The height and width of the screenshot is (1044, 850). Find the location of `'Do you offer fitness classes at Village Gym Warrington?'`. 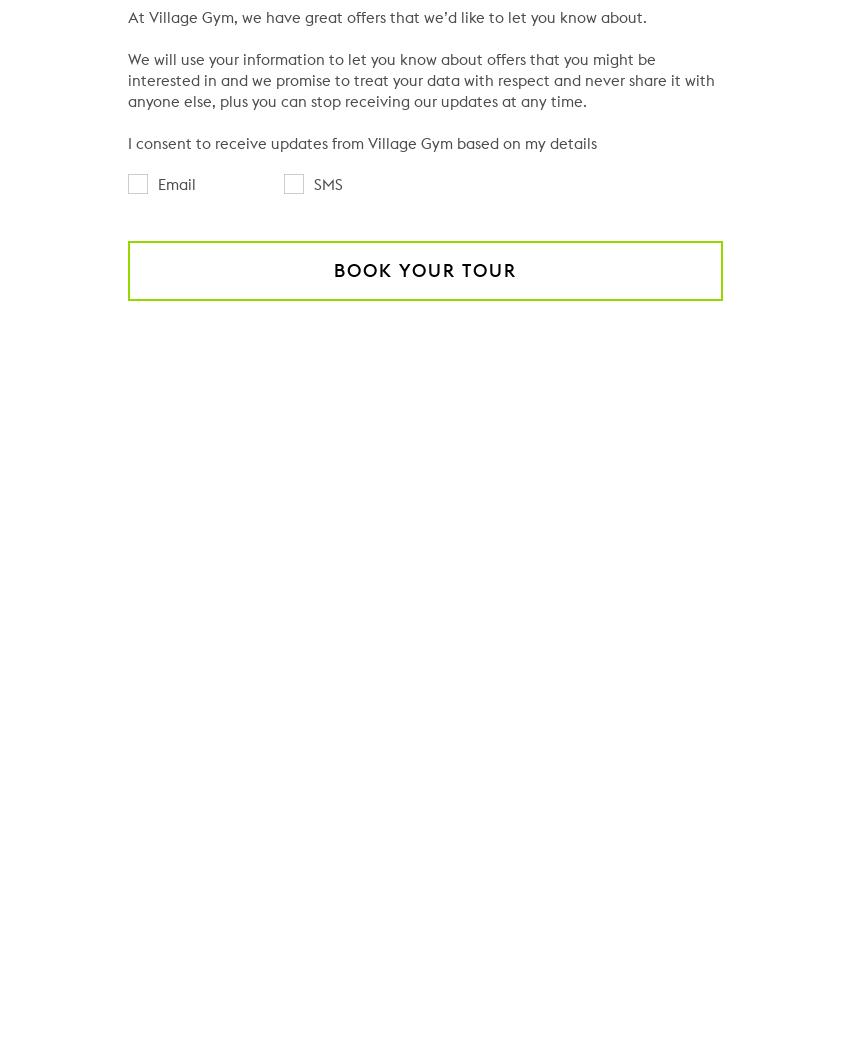

'Do you offer fitness classes at Village Gym Warrington?' is located at coordinates (376, 856).